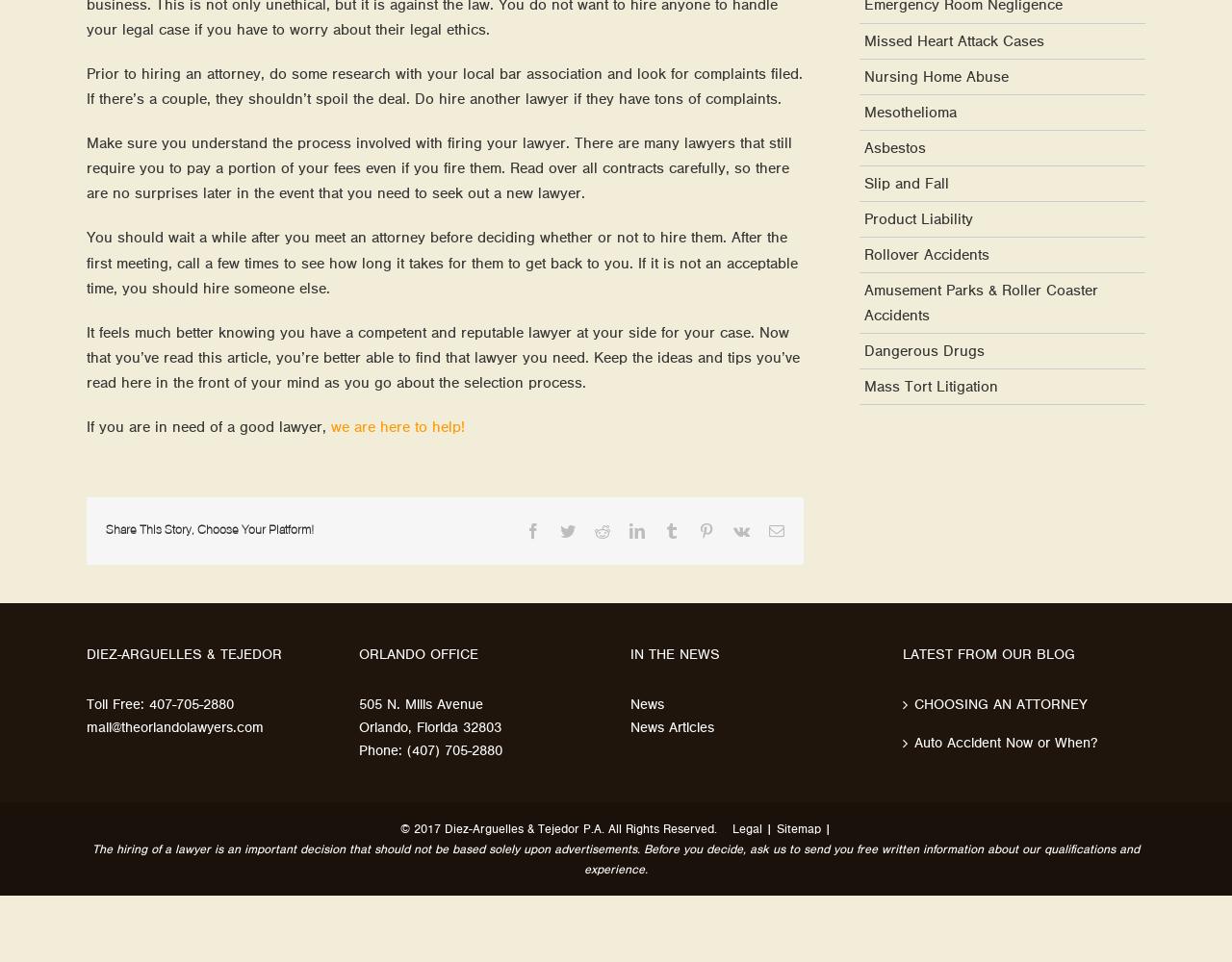  What do you see at coordinates (917, 217) in the screenshot?
I see `'Product Liability'` at bounding box center [917, 217].